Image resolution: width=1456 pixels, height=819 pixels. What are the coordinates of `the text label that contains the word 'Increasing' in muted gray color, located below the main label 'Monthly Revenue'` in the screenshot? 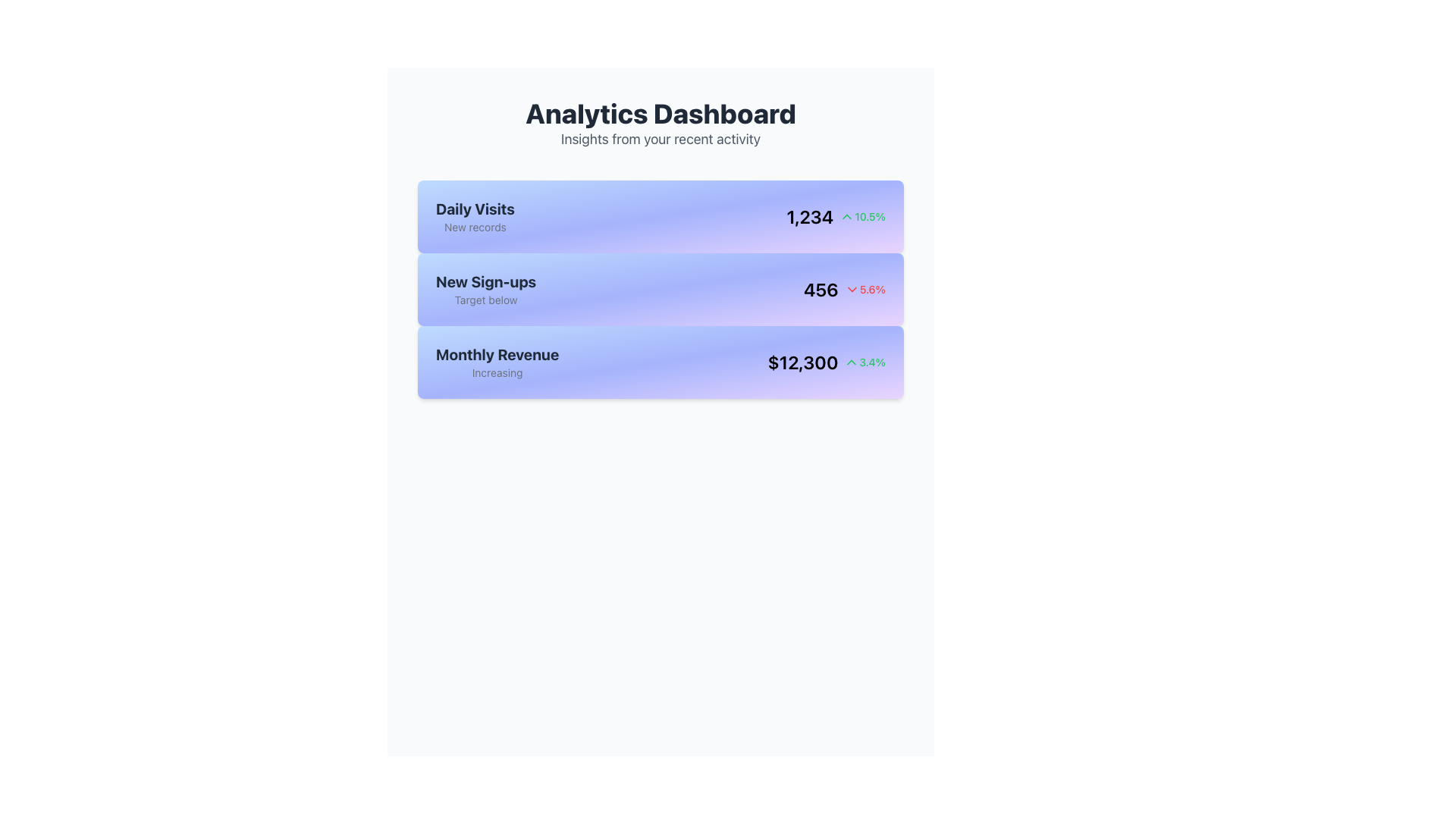 It's located at (497, 373).